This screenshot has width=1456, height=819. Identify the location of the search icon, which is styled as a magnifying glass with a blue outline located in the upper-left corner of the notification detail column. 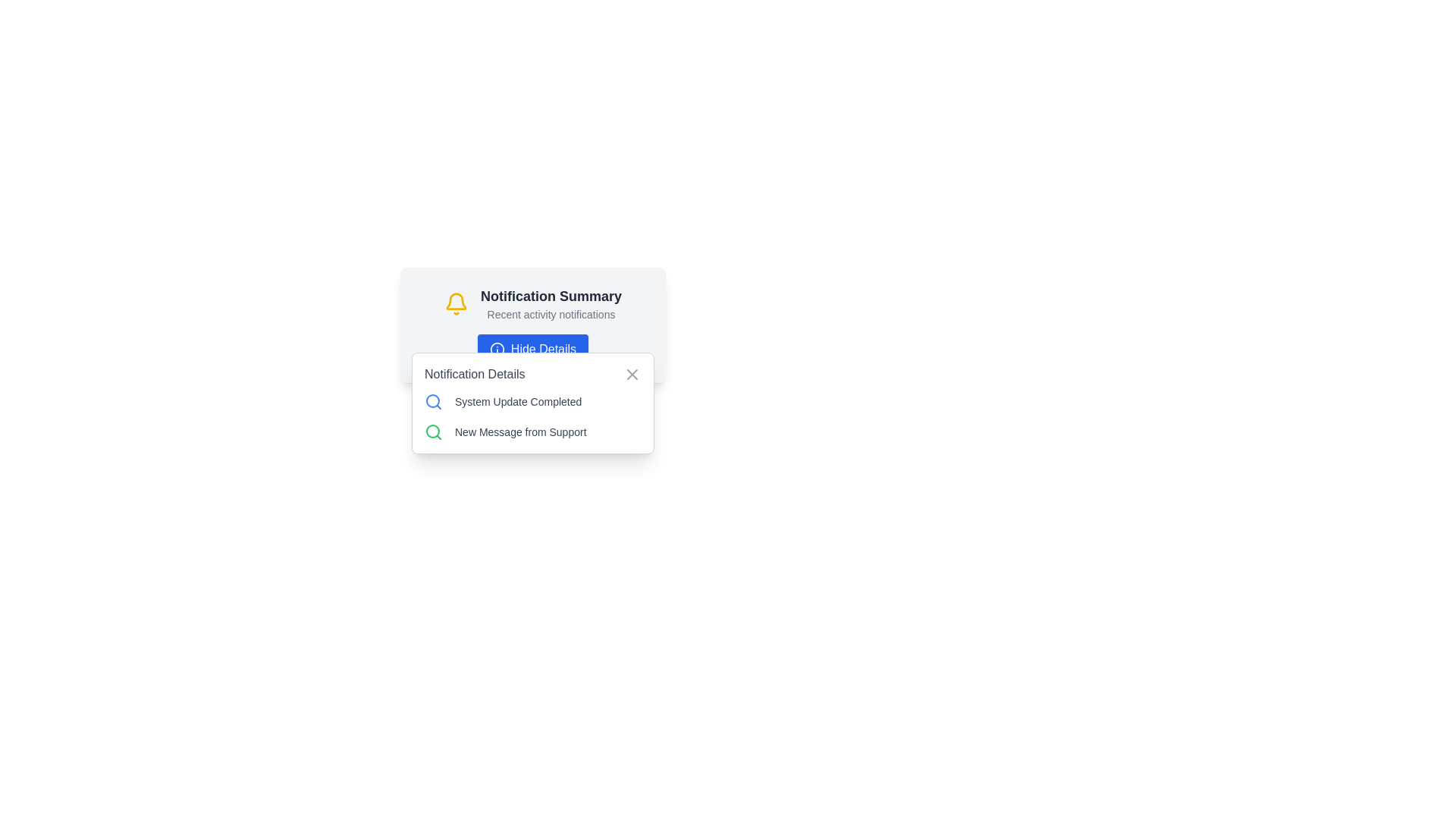
(432, 400).